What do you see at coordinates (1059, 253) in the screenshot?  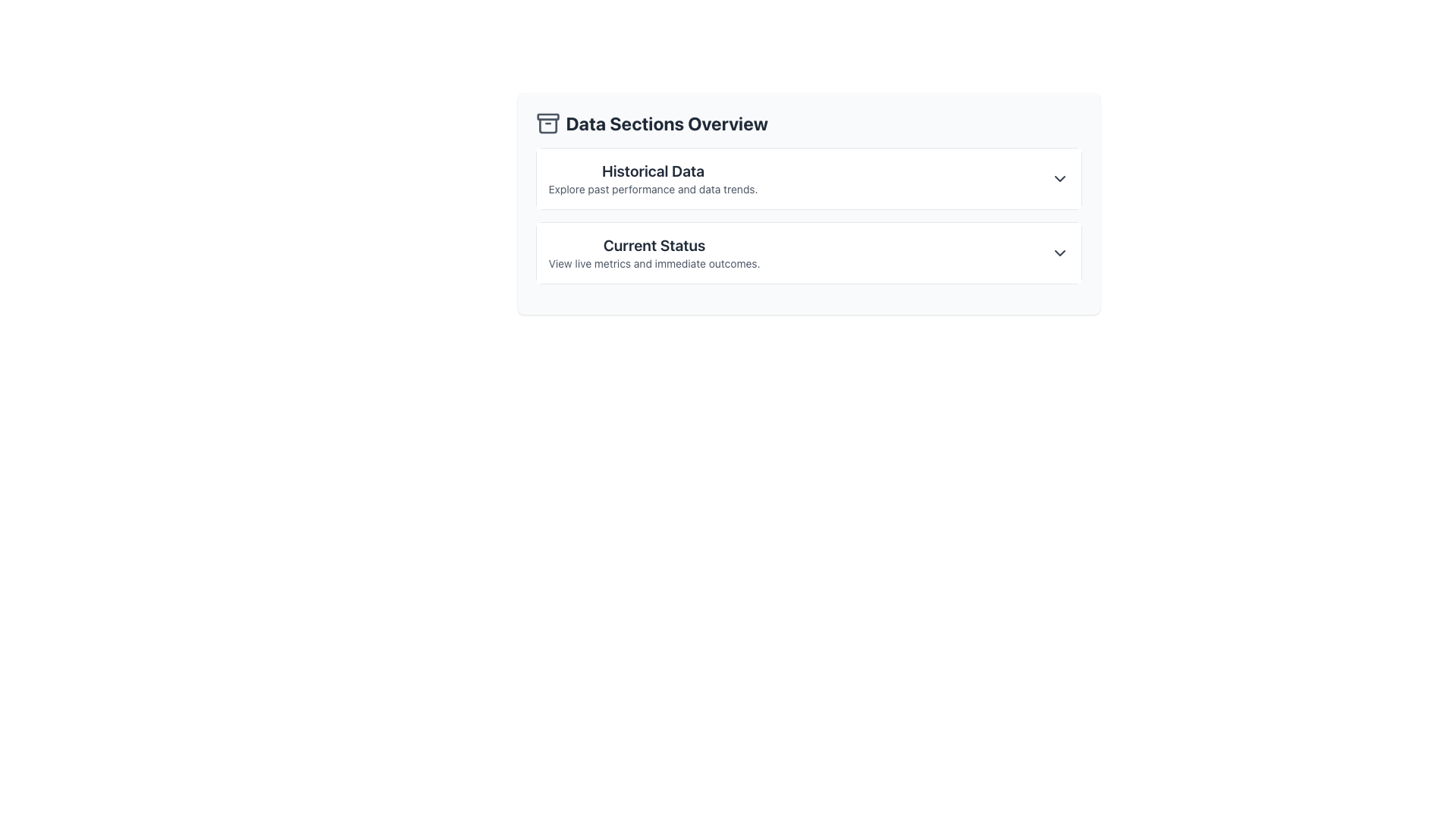 I see `the downward-pointing gray arrow icon located at the far right of the 'Current Status' section` at bounding box center [1059, 253].